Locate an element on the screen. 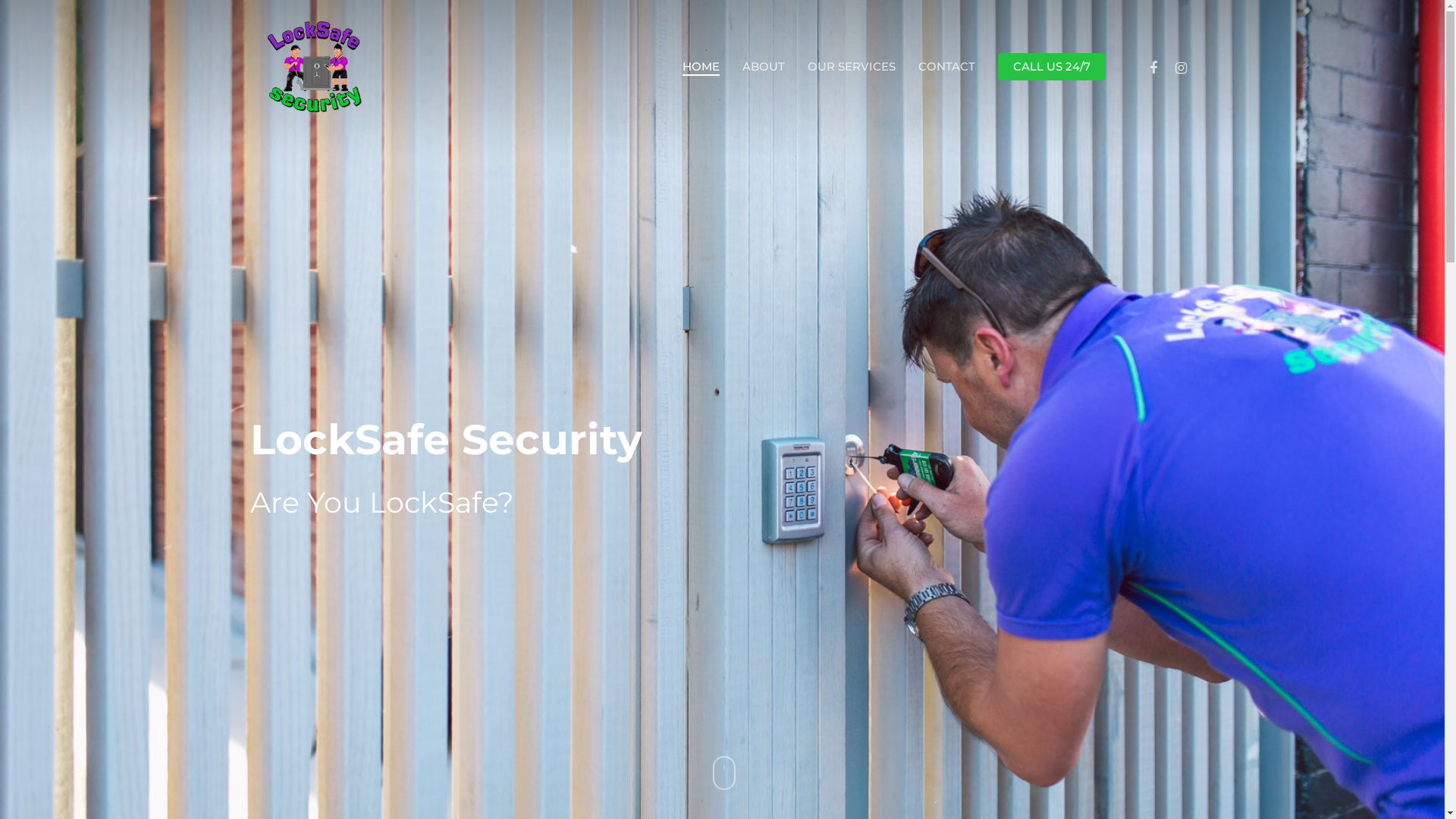 This screenshot has height=819, width=1456. 'ABOUT' is located at coordinates (764, 66).